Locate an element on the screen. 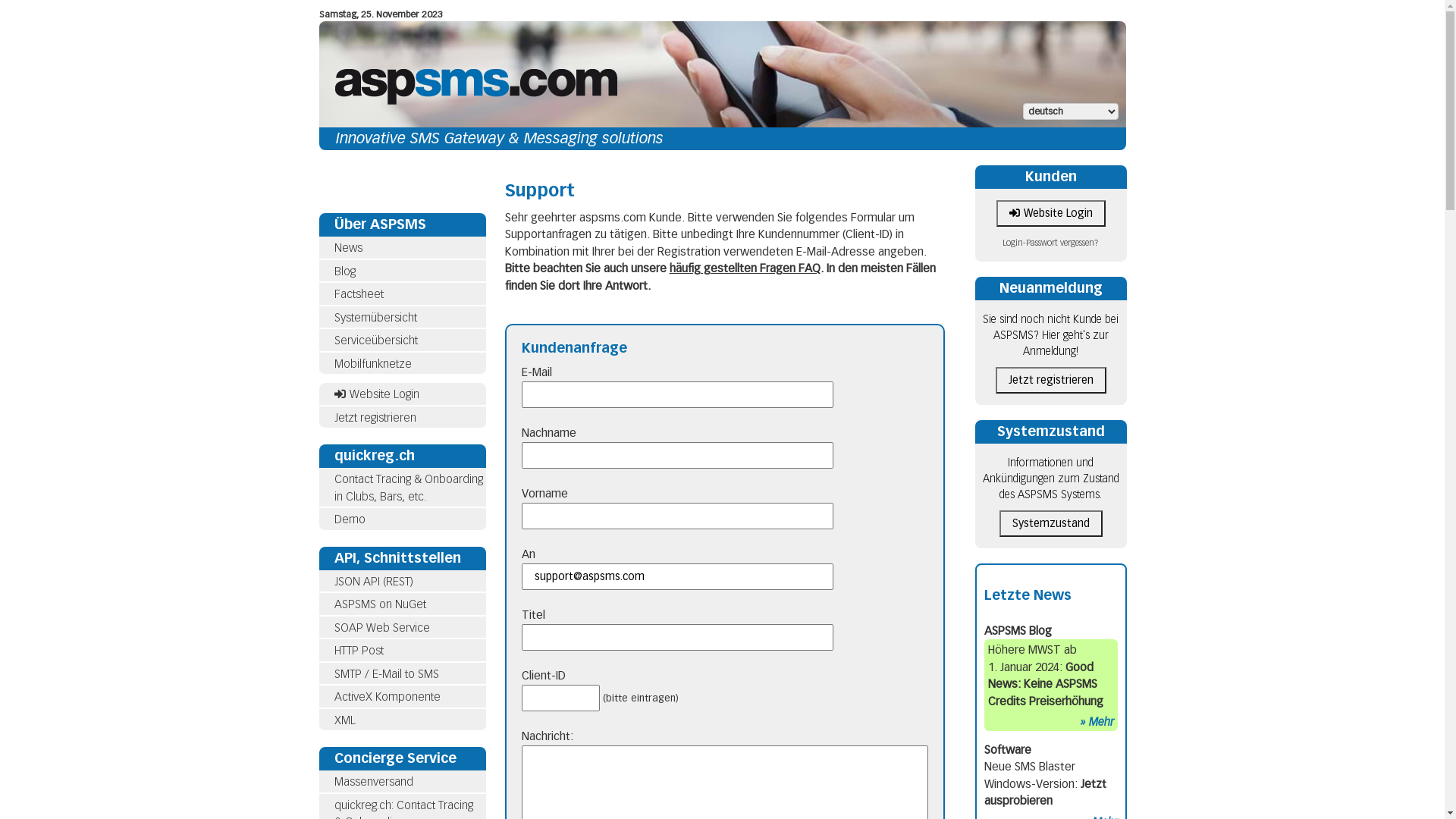 The image size is (1456, 819). 'Systemzustand' is located at coordinates (1050, 522).